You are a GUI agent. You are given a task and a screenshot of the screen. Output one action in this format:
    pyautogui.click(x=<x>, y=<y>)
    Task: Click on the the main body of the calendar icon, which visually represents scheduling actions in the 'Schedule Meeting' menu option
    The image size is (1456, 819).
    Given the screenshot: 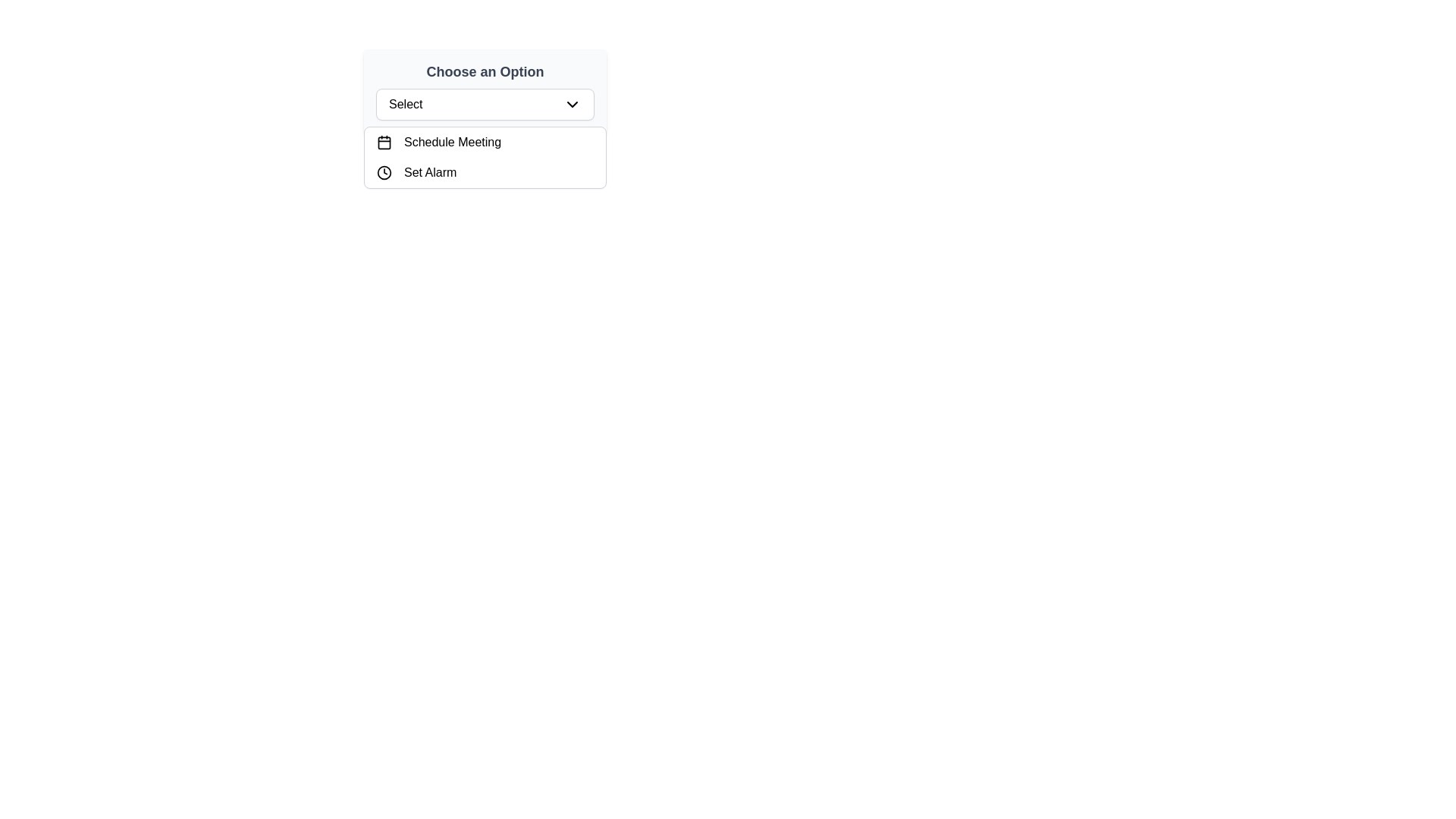 What is the action you would take?
    pyautogui.click(x=384, y=143)
    